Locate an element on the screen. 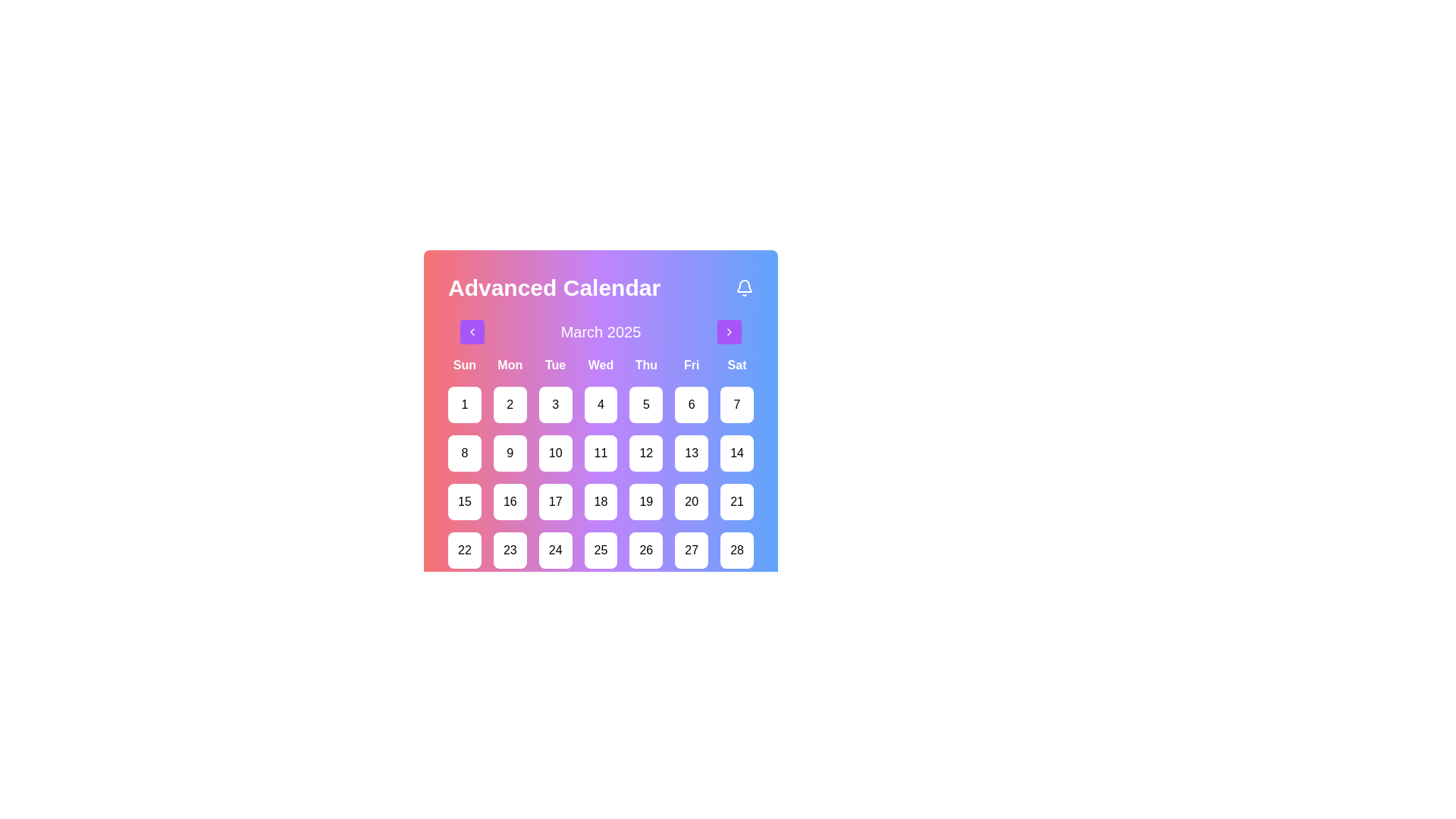 The height and width of the screenshot is (819, 1456). the static text label displaying 'Mon', which is the second day header in the weekly calendar view is located at coordinates (510, 366).